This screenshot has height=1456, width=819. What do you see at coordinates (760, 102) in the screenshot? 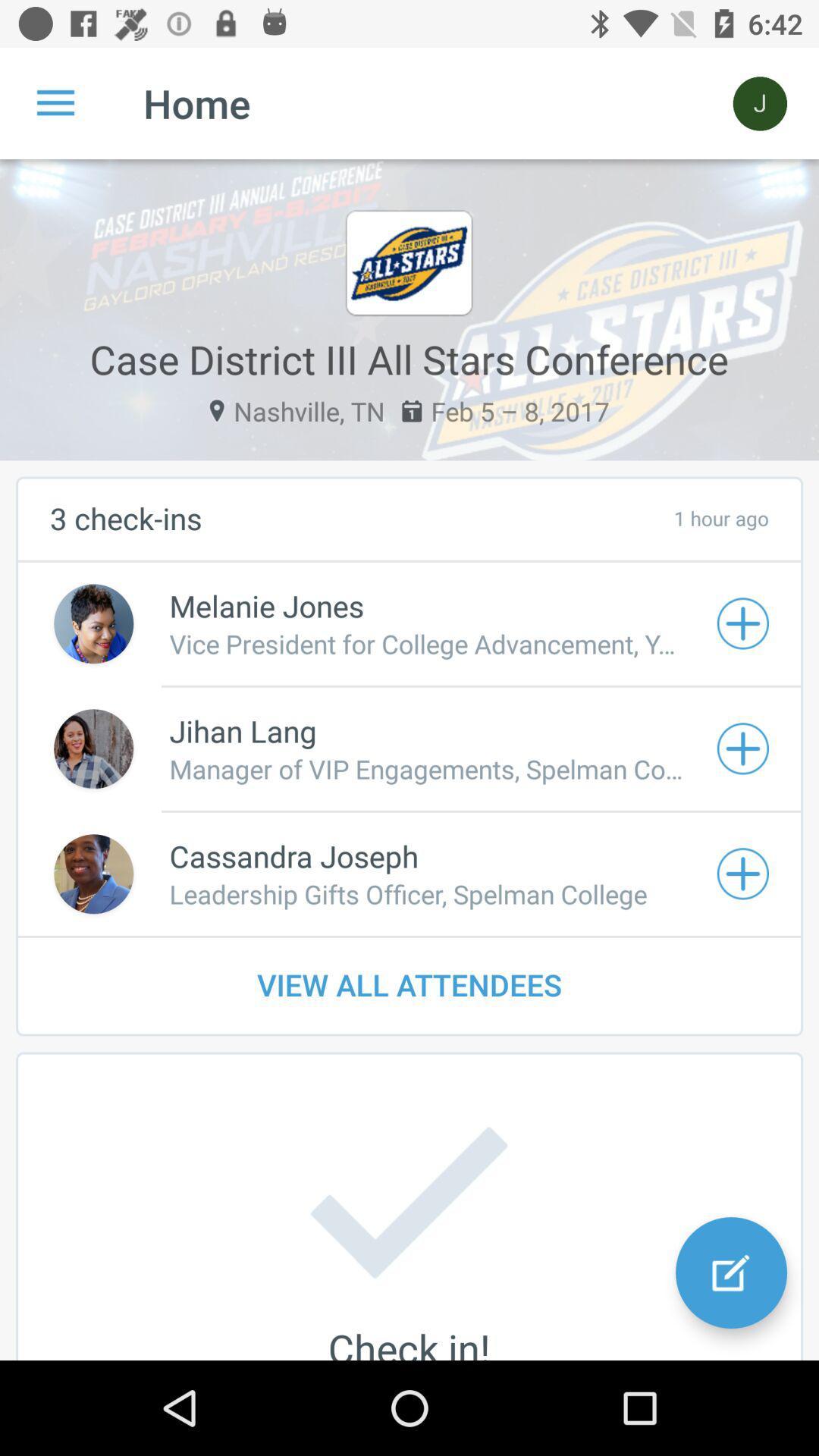
I see `item at the top right corner` at bounding box center [760, 102].